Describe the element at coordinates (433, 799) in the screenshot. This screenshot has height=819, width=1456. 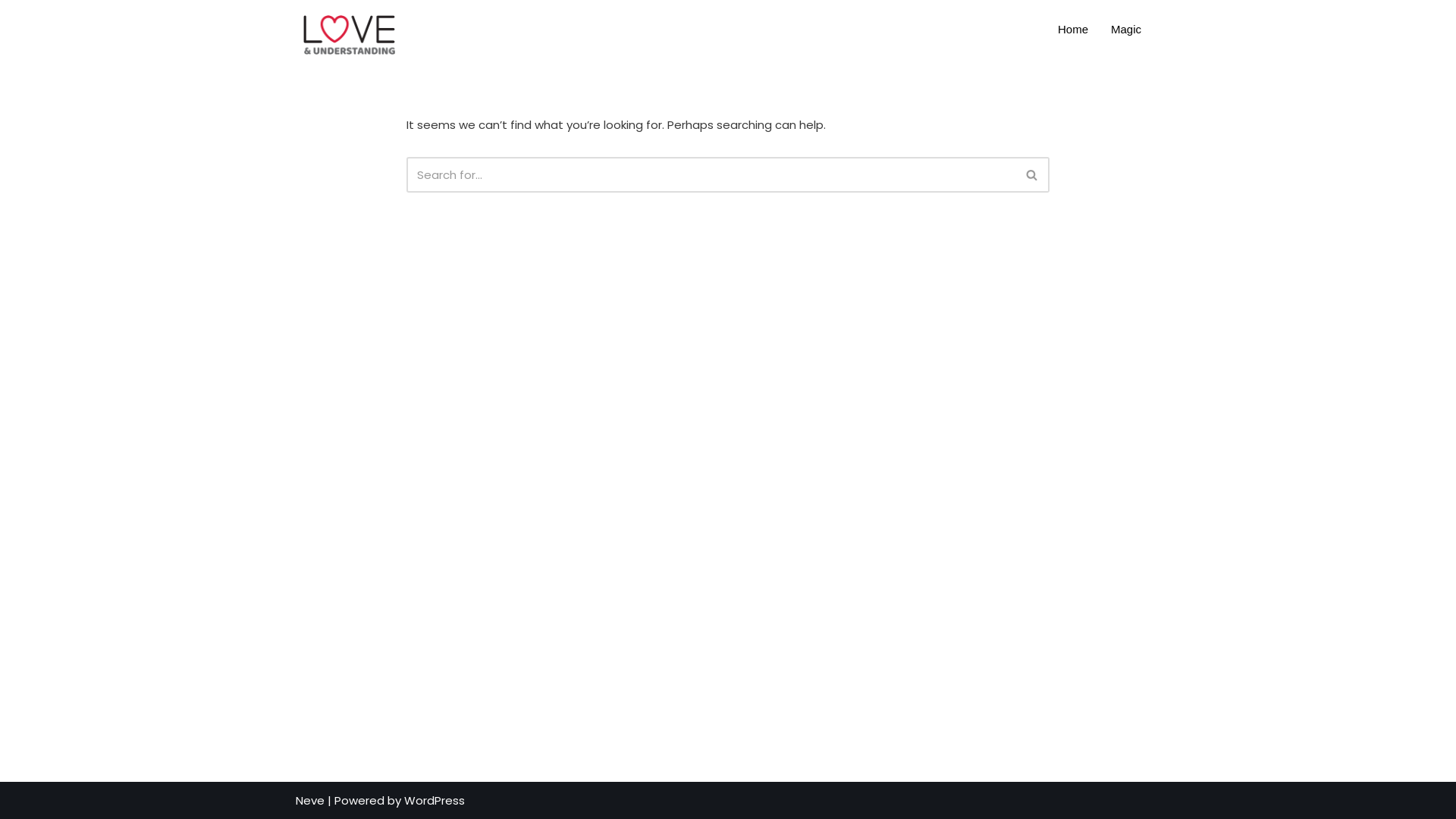
I see `'WordPress'` at that location.